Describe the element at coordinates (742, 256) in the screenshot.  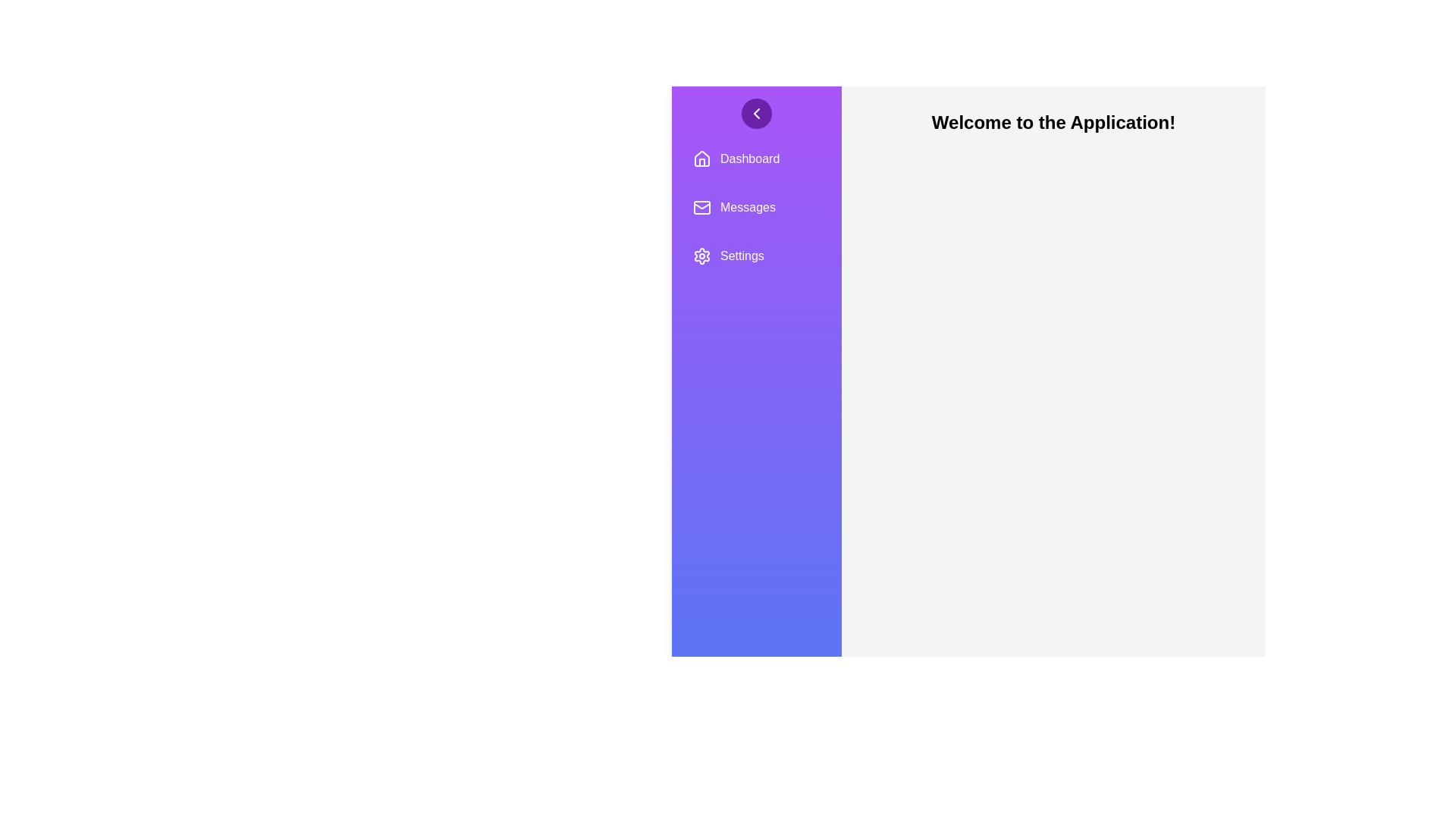
I see `the 'Settings' text label in the vertical navigation bar, which is styled in white against a purple background and located between the 'Messages' button and the bottom edge of the navigation bar` at that location.